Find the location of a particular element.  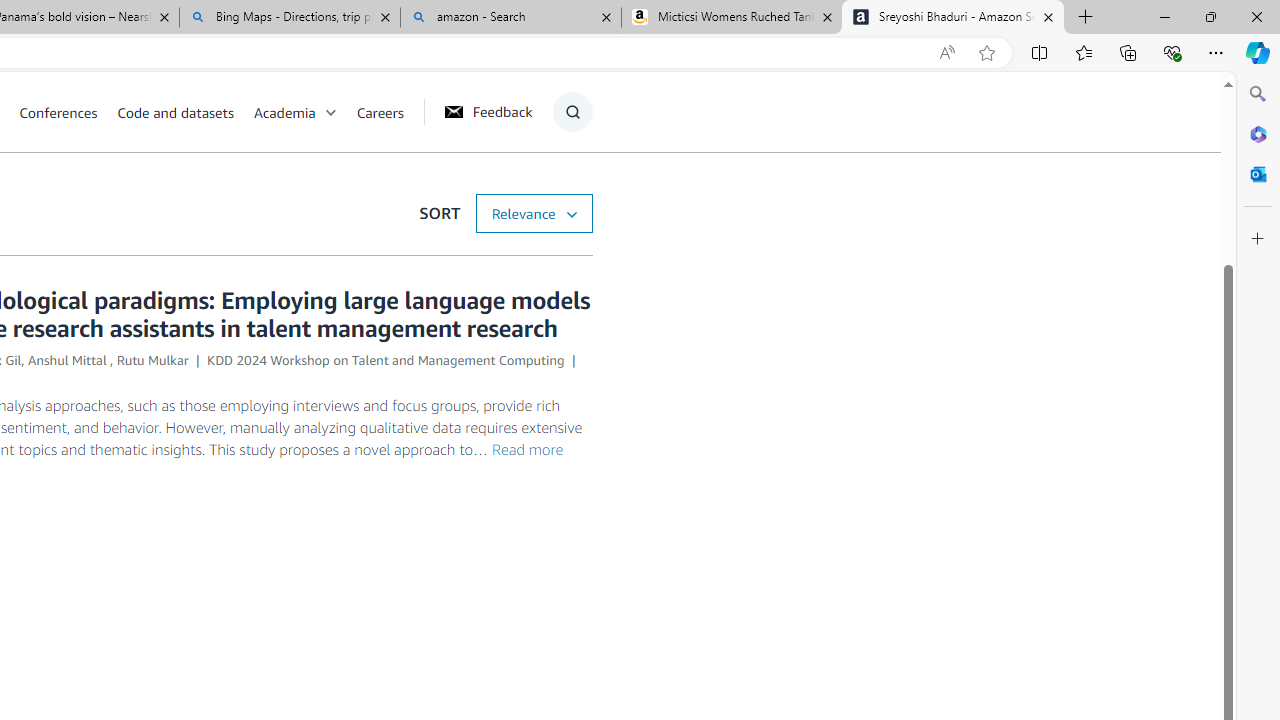

'Sreyoshi Bhaduri - Amazon Science' is located at coordinates (952, 17).